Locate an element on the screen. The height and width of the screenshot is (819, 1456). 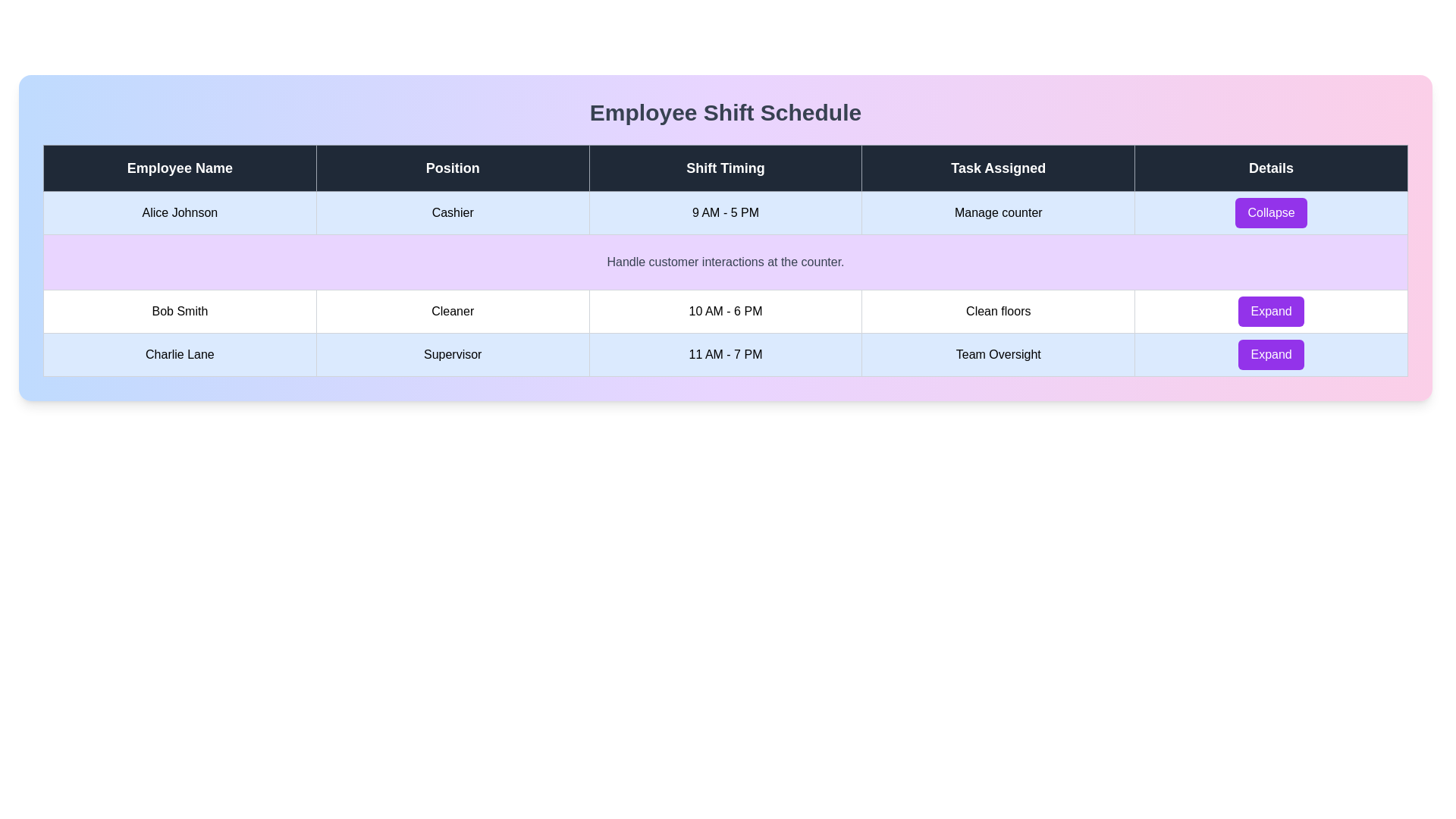
the purple button with white text that reads 'Expand' located in the 'Details' column of the 'Employee Shift Schedule' table for employee 'Bob Smith' is located at coordinates (1271, 311).